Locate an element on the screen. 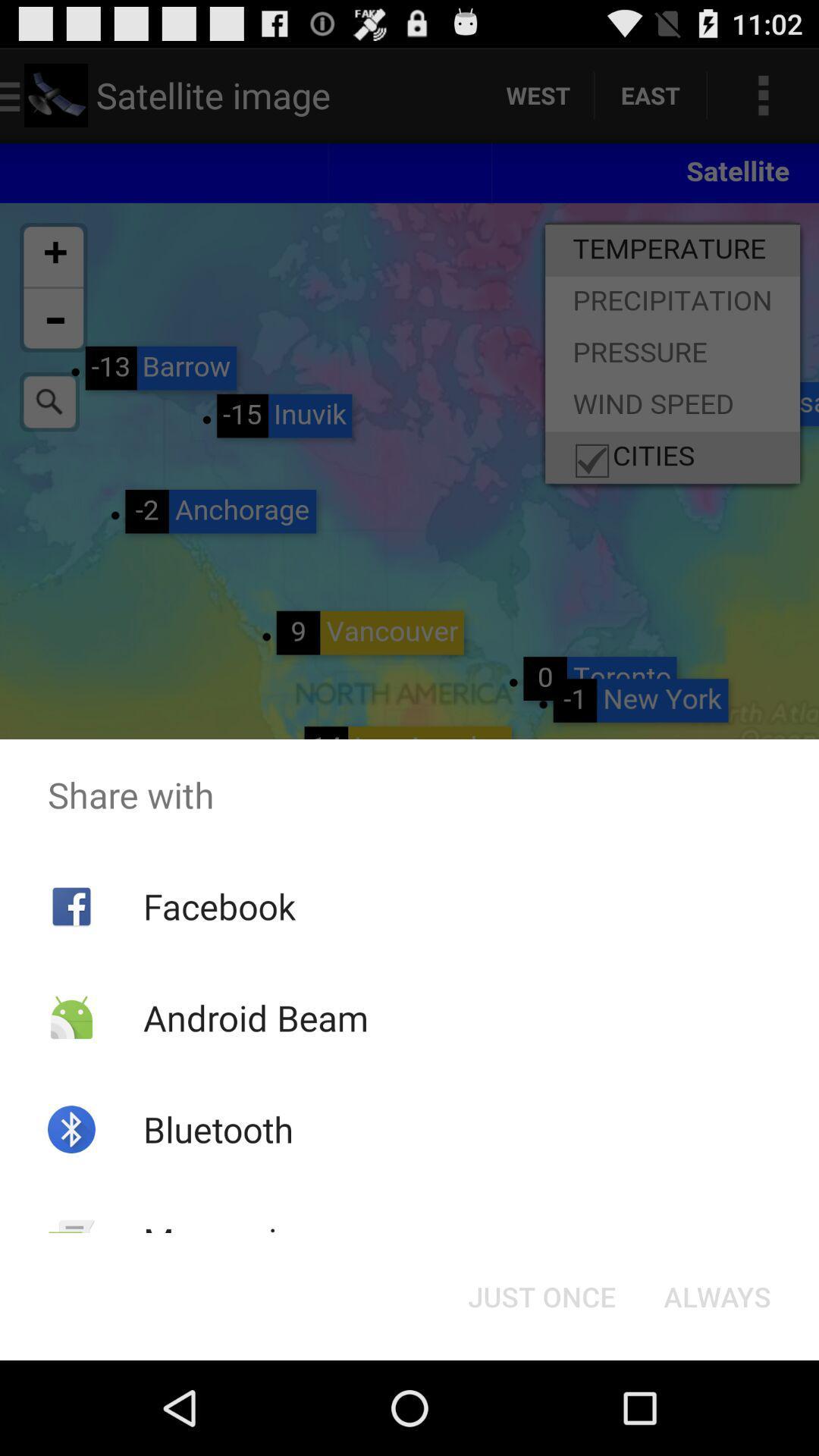 Image resolution: width=819 pixels, height=1456 pixels. the facebook icon is located at coordinates (219, 906).